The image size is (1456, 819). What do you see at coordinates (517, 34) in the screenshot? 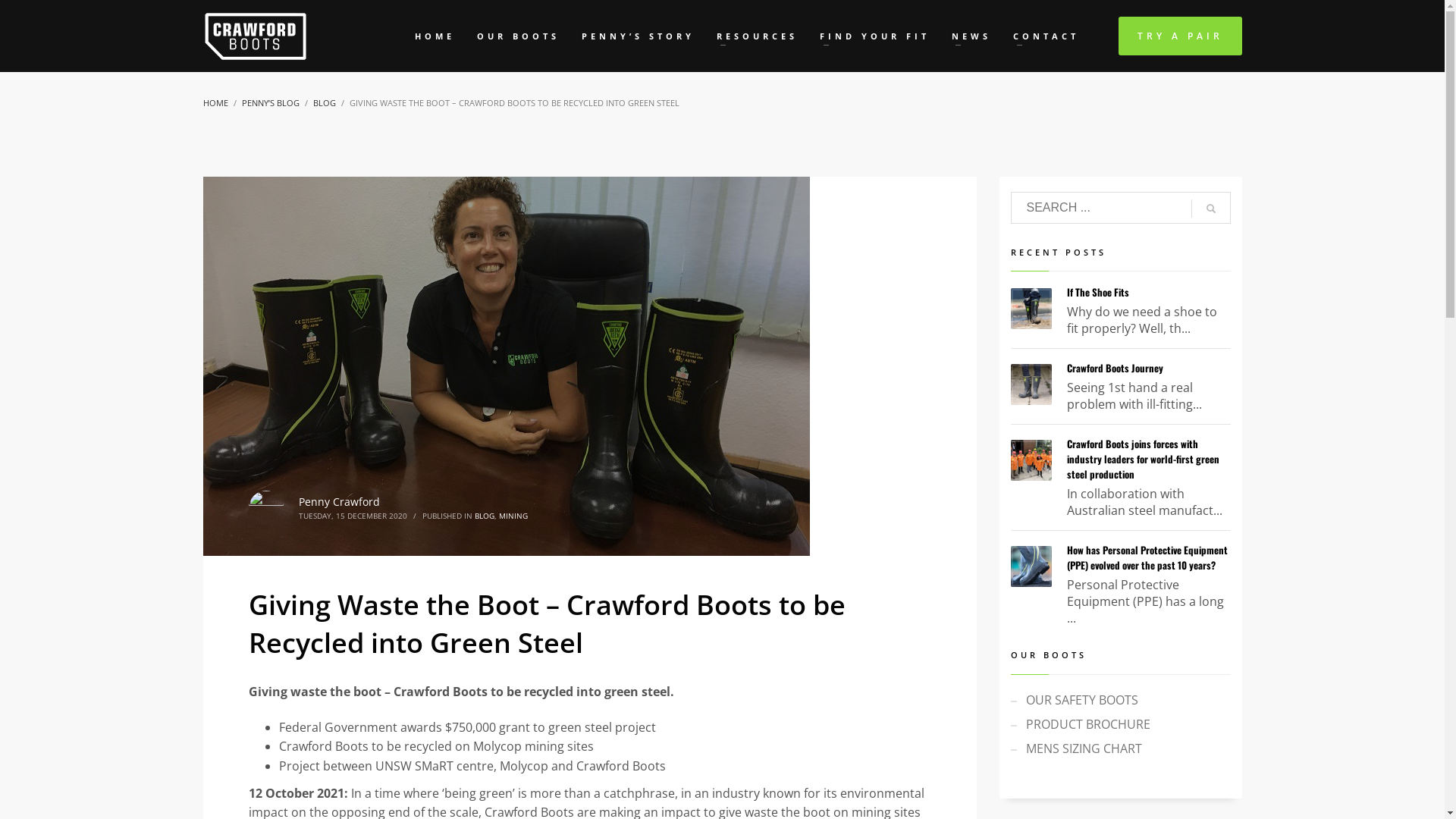
I see `'OUR BOOTS'` at bounding box center [517, 34].